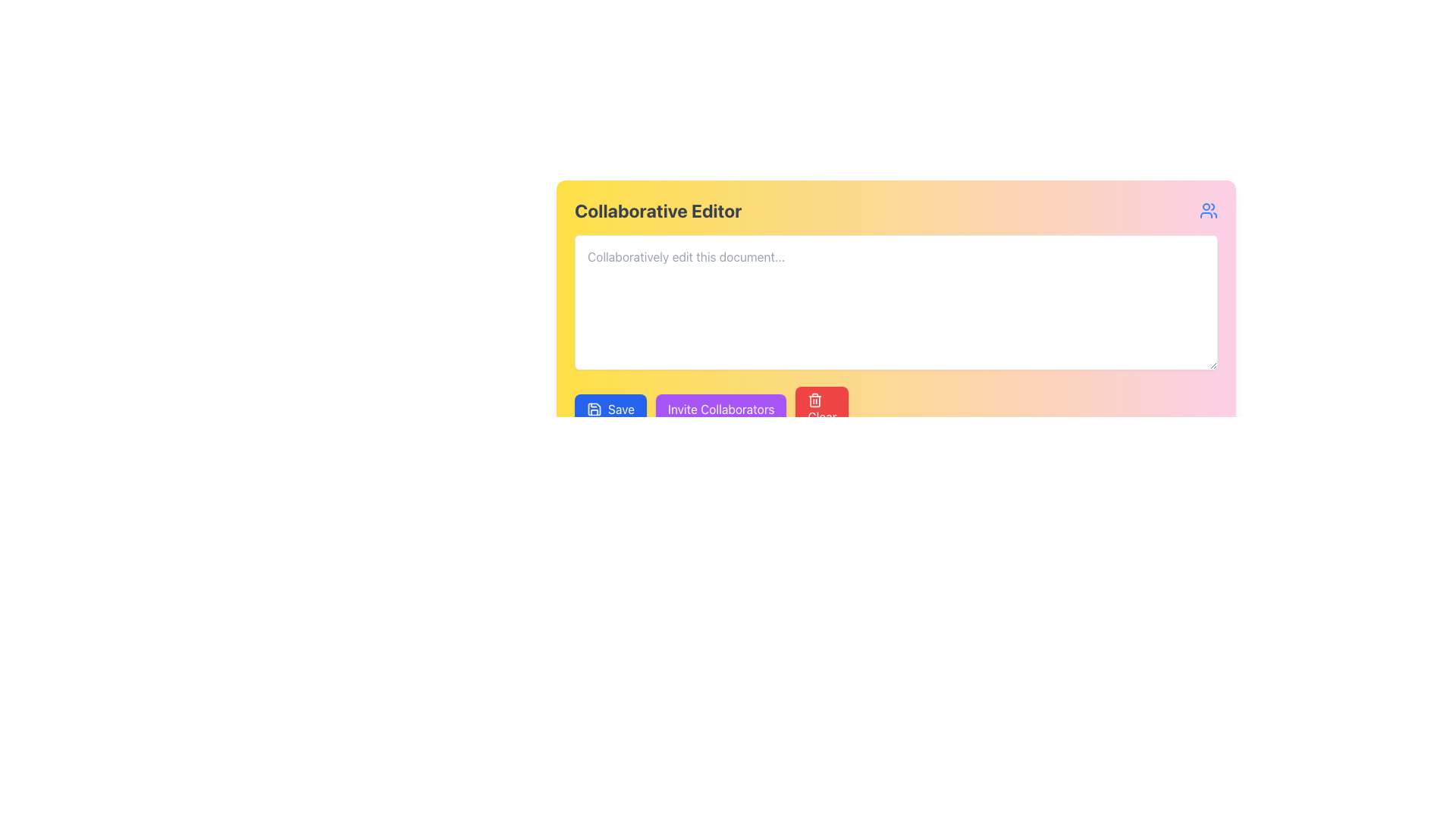 The height and width of the screenshot is (819, 1456). What do you see at coordinates (593, 409) in the screenshot?
I see `the floppy disk-like icon located within the blue 'Save' button` at bounding box center [593, 409].